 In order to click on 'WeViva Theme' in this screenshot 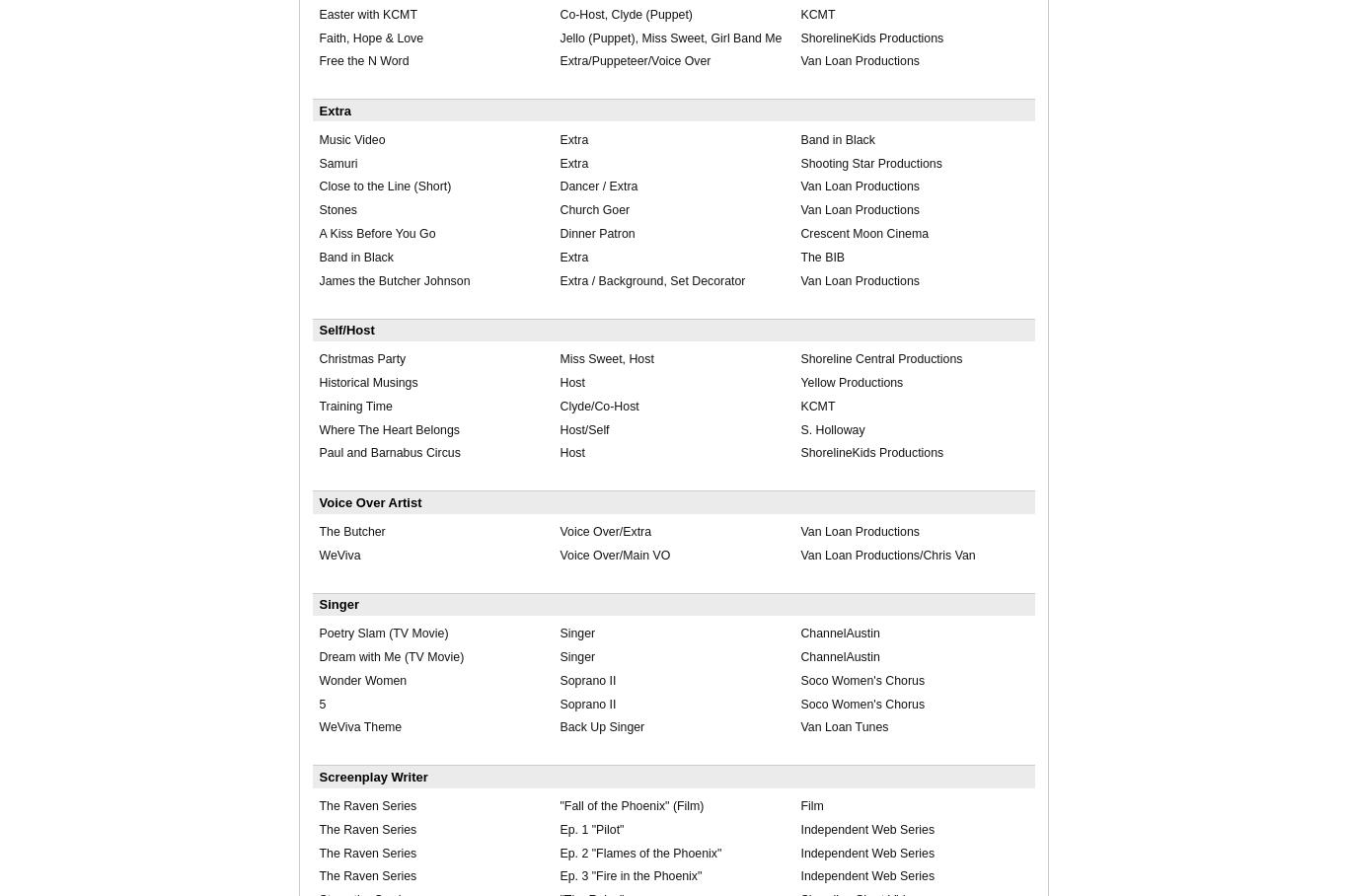, I will do `click(358, 727)`.